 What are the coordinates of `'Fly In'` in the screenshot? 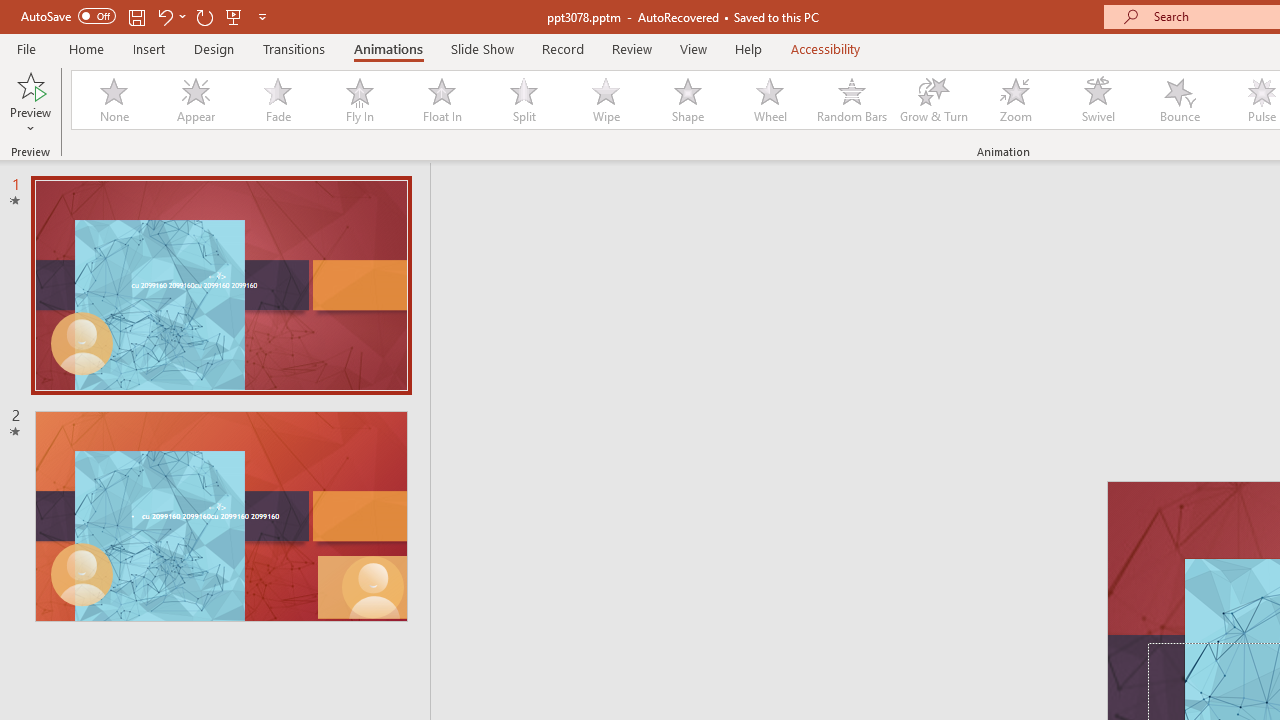 It's located at (359, 100).